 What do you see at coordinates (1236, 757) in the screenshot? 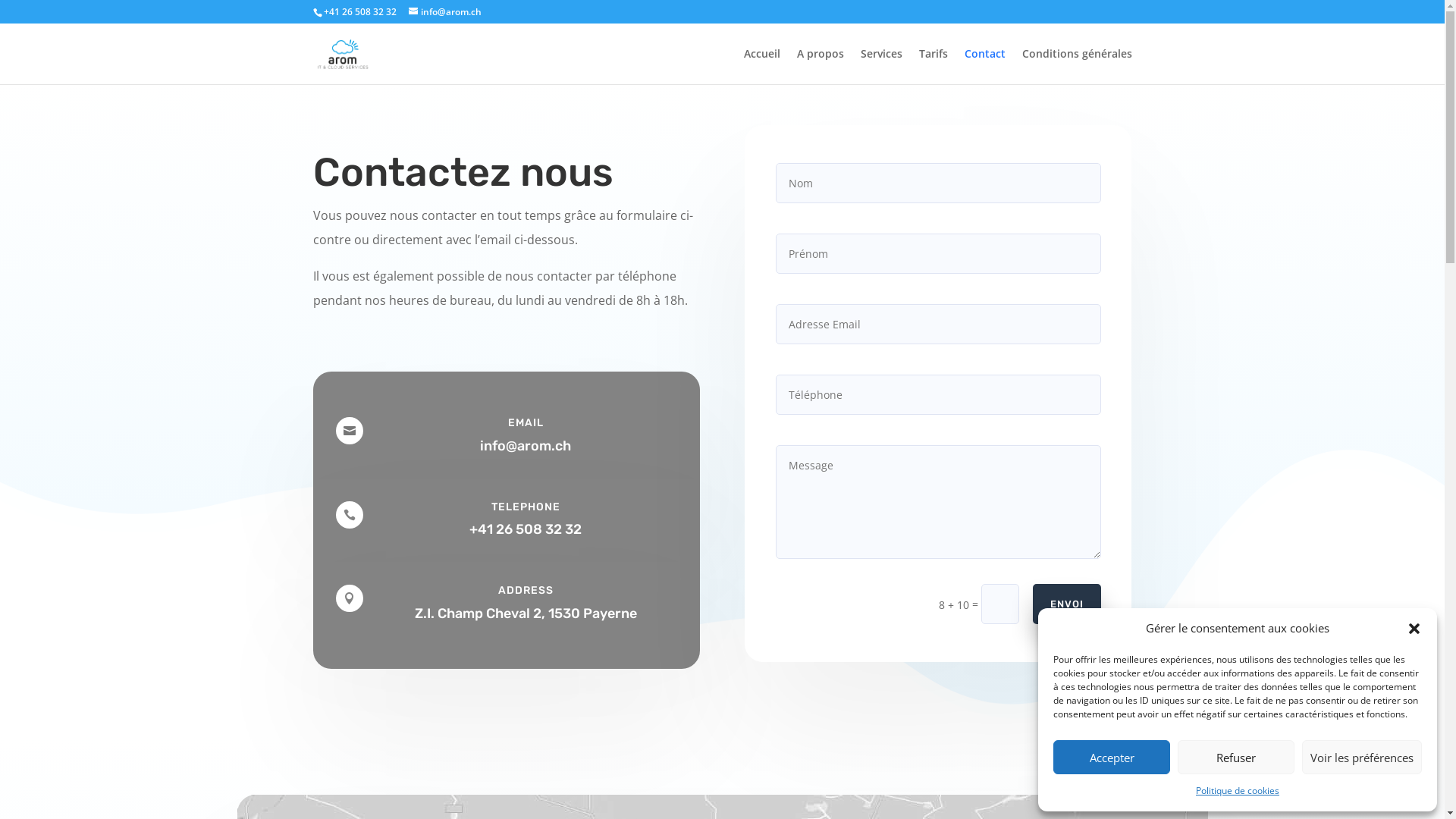
I see `'Refuser'` at bounding box center [1236, 757].